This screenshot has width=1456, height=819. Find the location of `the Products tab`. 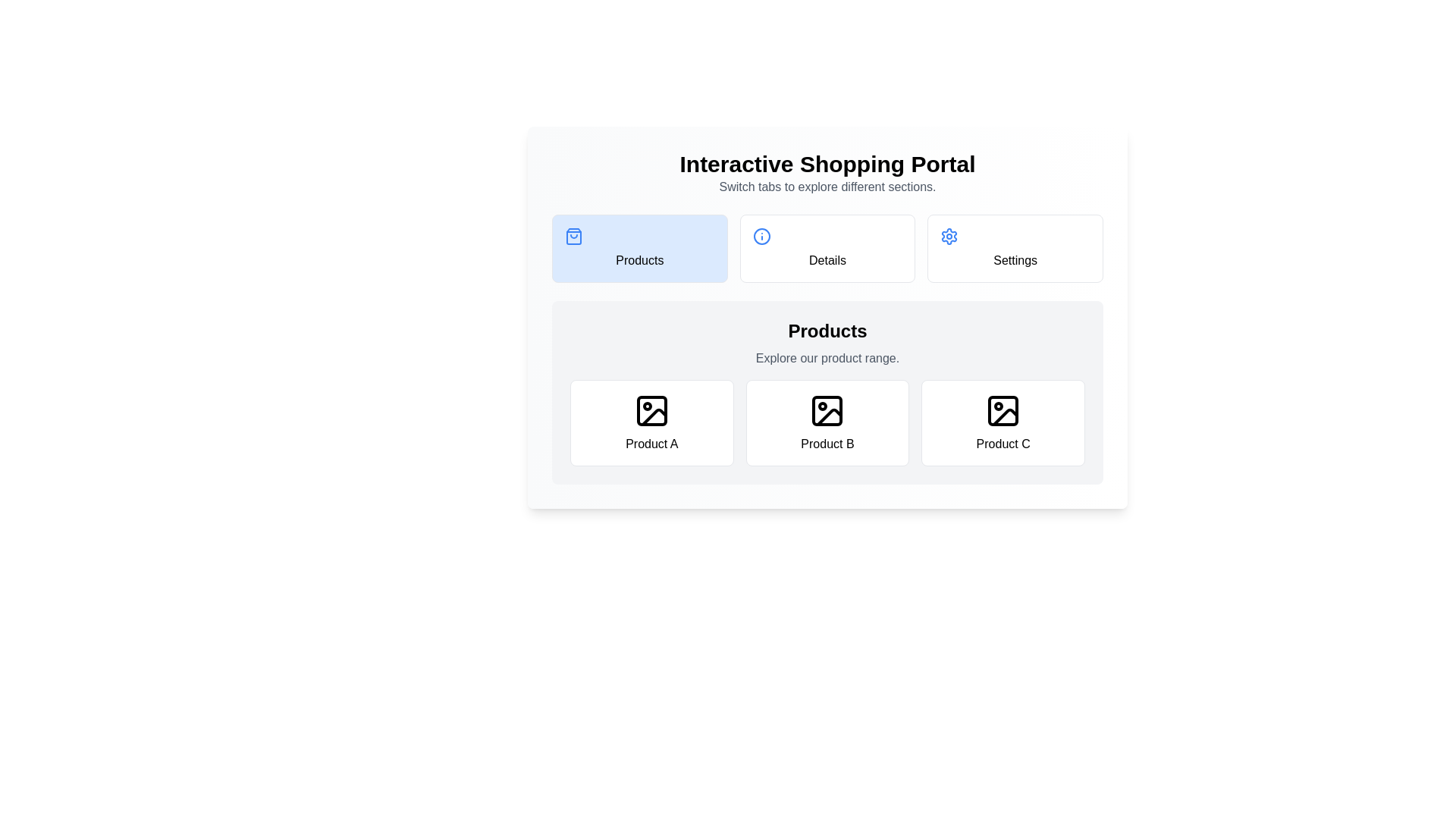

the Products tab is located at coordinates (639, 247).